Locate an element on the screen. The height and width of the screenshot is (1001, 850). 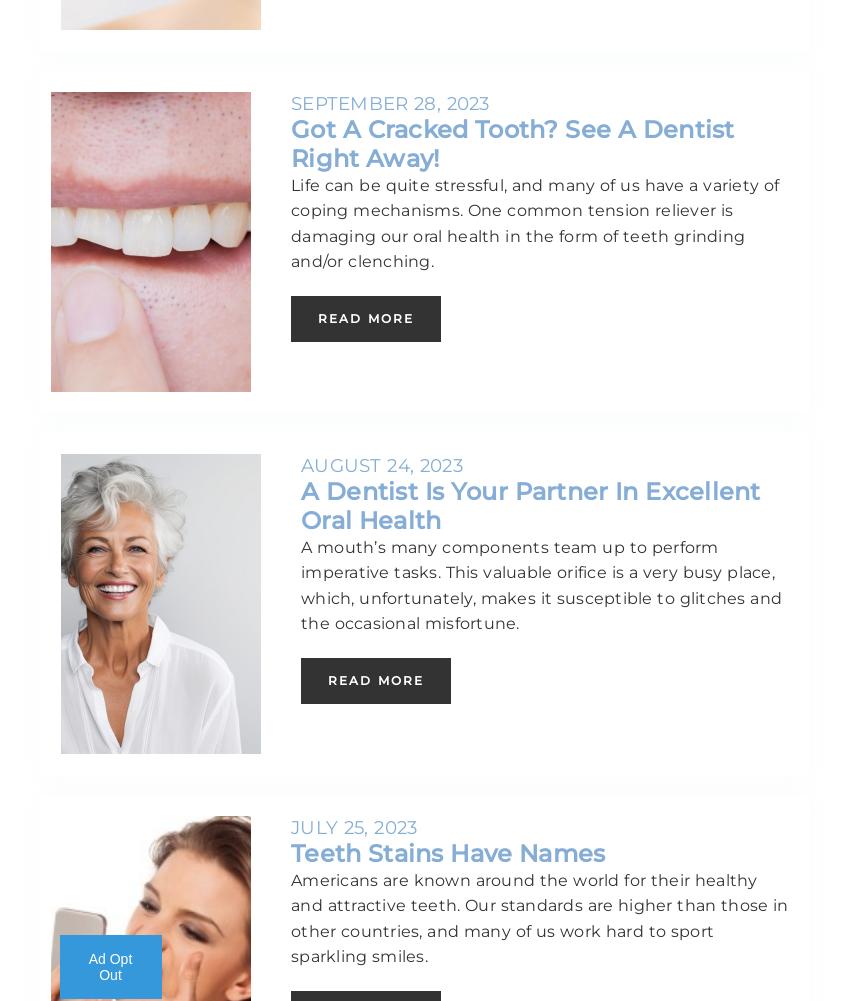
'A Dentist Is Your Partner In Excellent Oral Health' is located at coordinates (529, 504).